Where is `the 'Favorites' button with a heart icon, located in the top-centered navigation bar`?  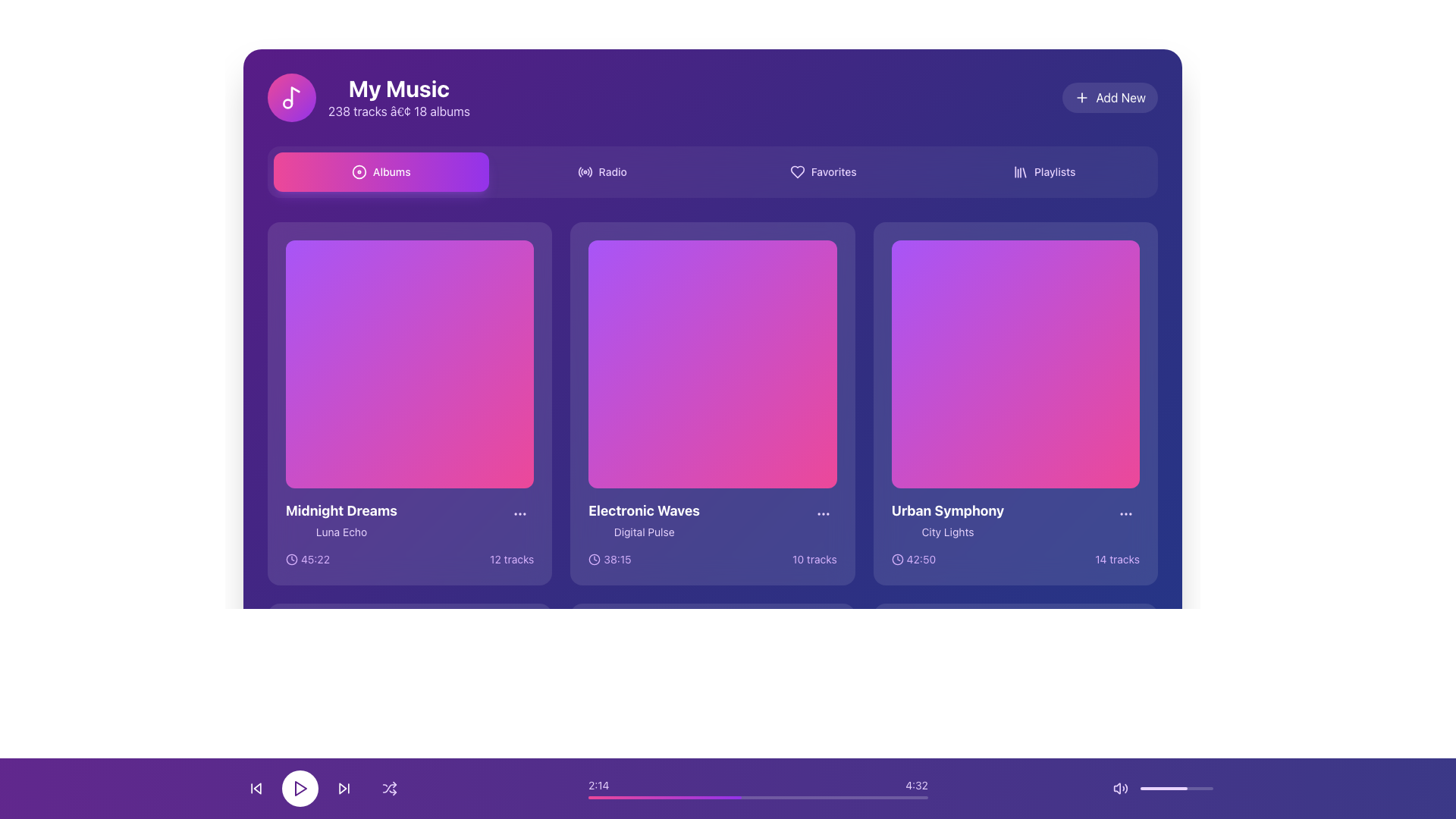
the 'Favorites' button with a heart icon, located in the top-centered navigation bar is located at coordinates (822, 171).